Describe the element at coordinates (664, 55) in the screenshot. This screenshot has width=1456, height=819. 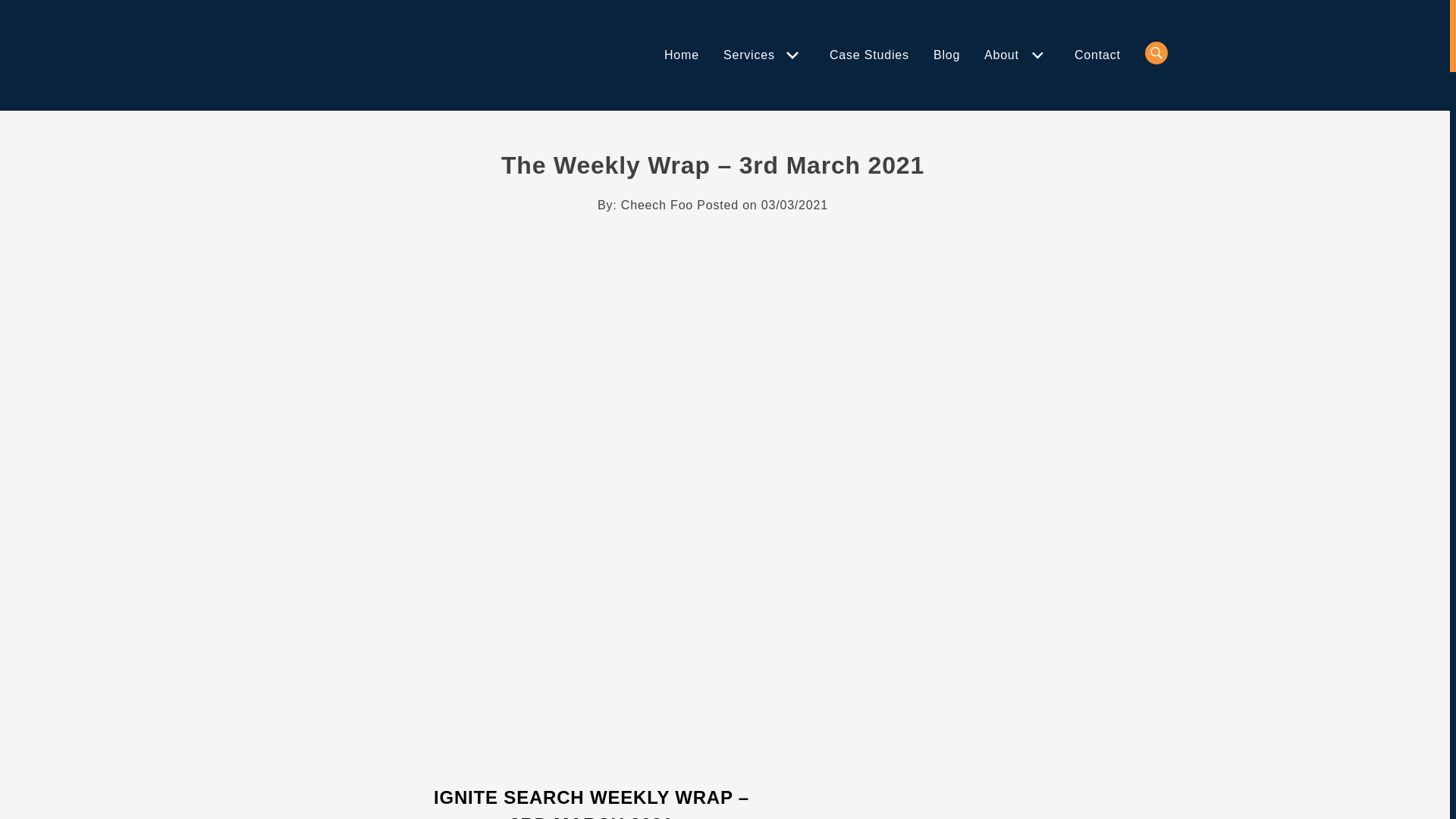
I see `'Home'` at that location.